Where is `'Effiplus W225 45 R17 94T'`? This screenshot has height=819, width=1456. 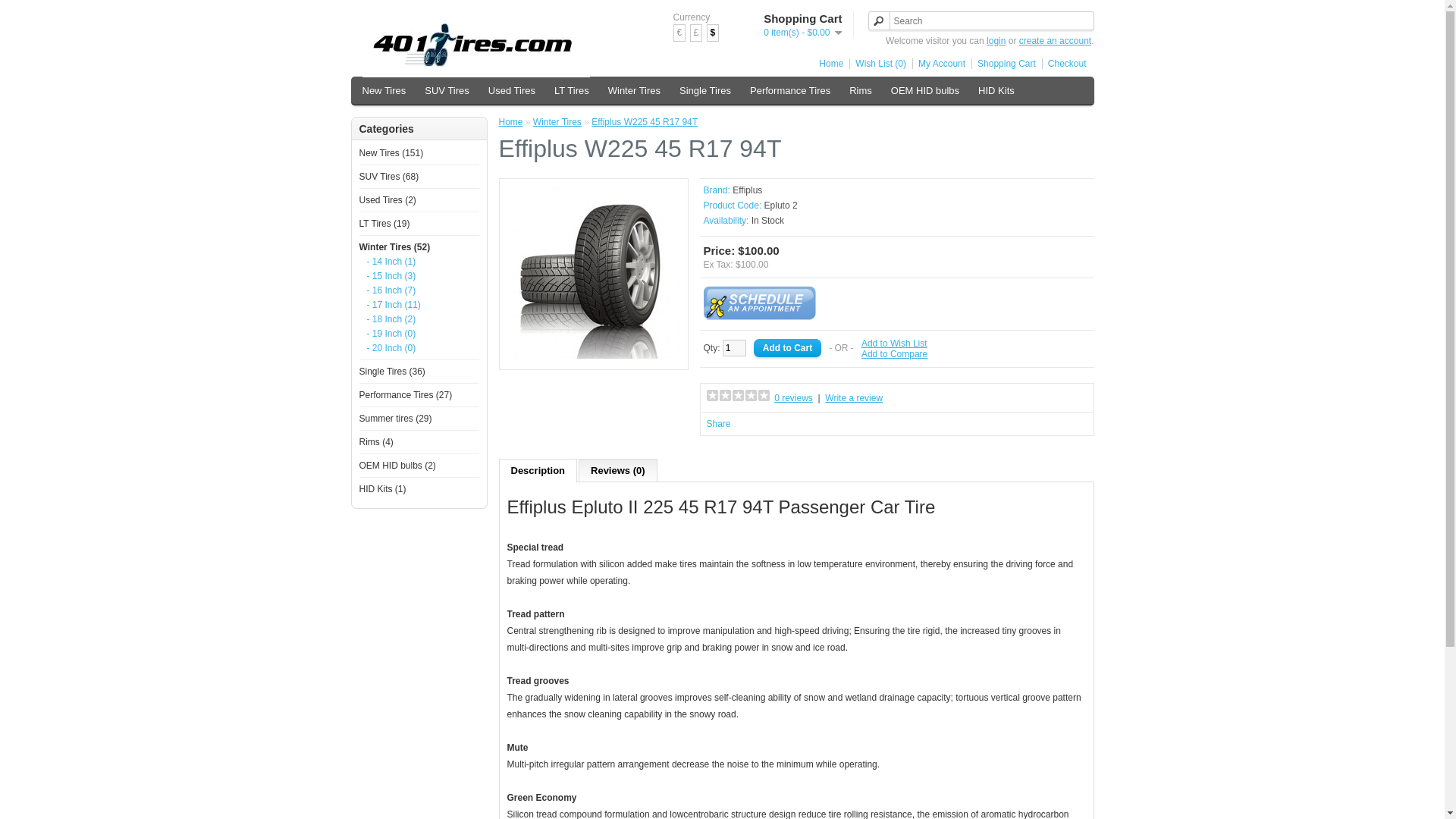 'Effiplus W225 45 R17 94T' is located at coordinates (592, 356).